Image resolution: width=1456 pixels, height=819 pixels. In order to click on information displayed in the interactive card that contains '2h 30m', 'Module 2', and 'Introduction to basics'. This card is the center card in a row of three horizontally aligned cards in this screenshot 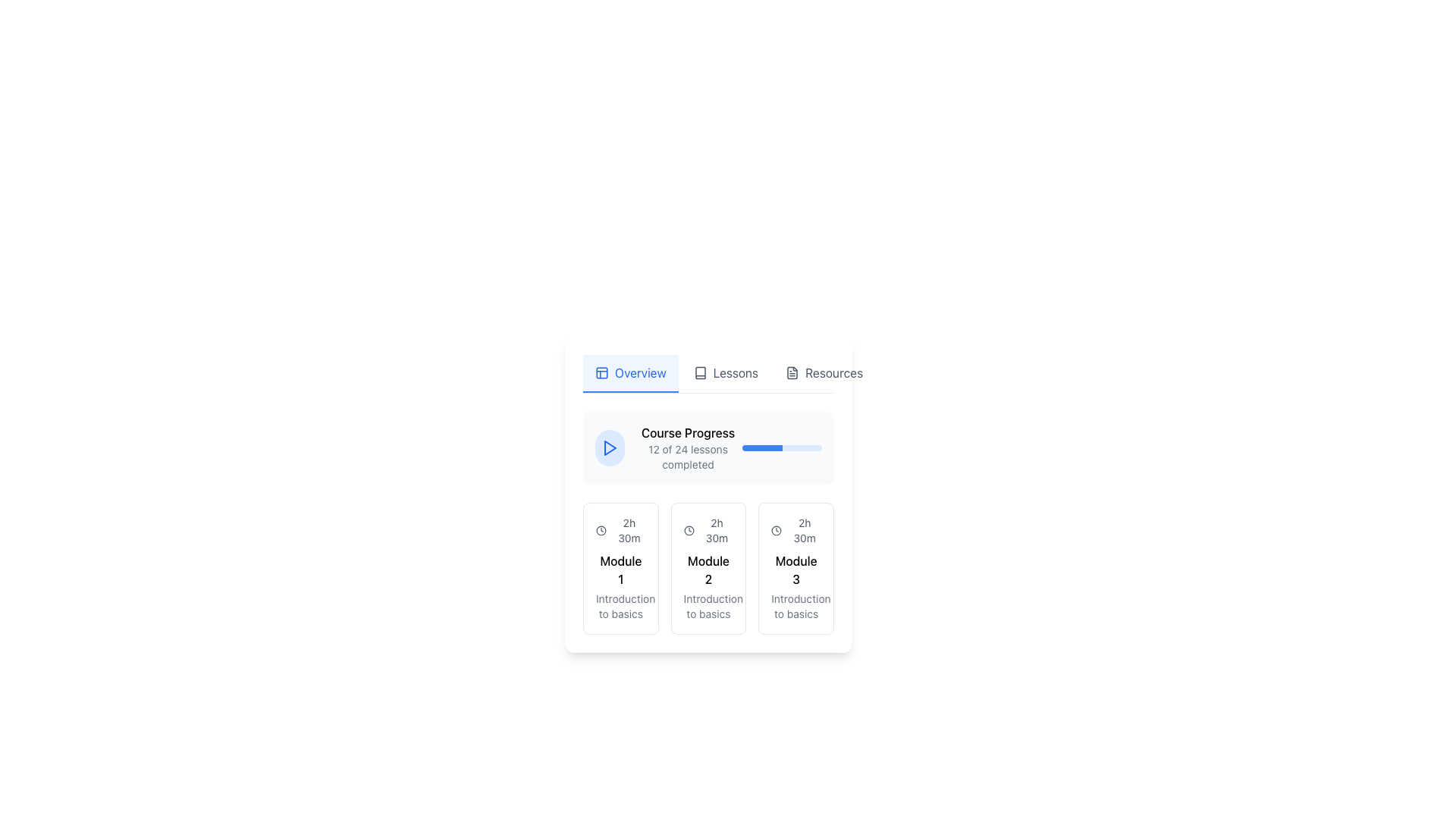, I will do `click(708, 568)`.